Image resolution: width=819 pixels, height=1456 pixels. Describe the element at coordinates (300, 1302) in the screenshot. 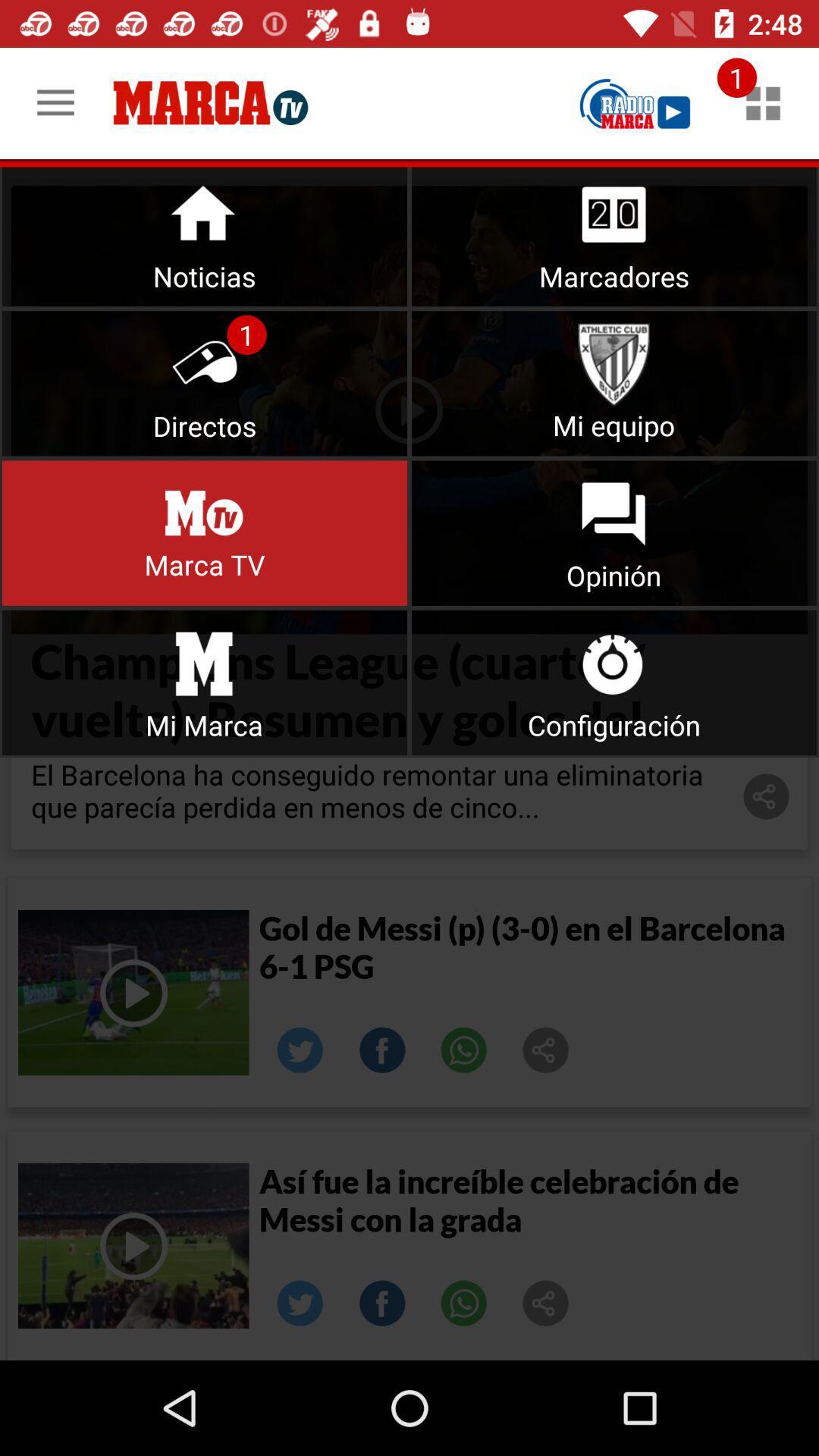

I see `click on the twitter option for the second result` at that location.